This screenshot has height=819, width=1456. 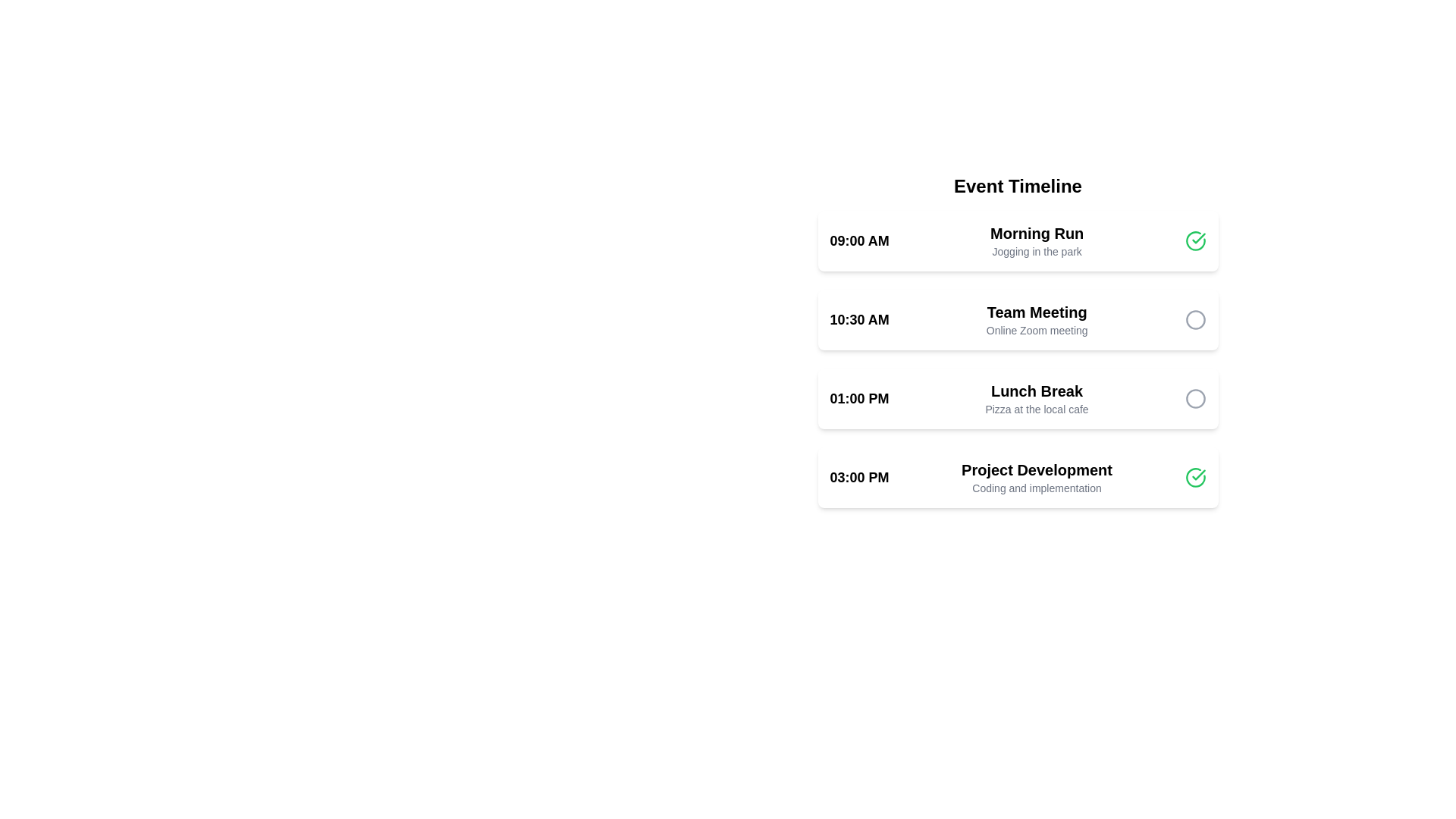 What do you see at coordinates (1036, 488) in the screenshot?
I see `information from the text label describing the event 'Project Development' occurring at 03:00 PM, located below the 'Project Development' header in the event timeline` at bounding box center [1036, 488].